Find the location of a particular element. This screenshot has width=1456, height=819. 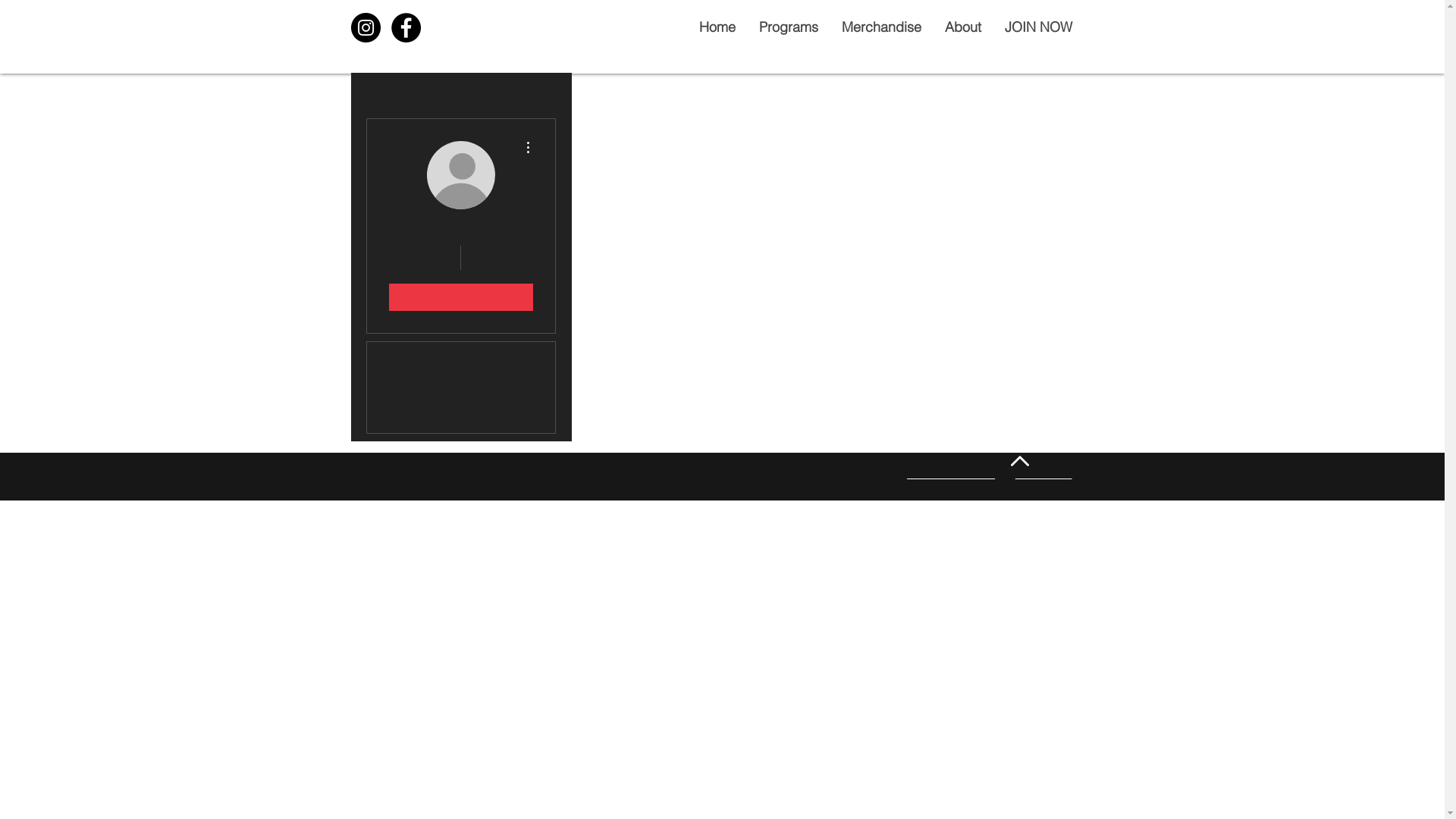

'JOIN NOW' is located at coordinates (1037, 27).